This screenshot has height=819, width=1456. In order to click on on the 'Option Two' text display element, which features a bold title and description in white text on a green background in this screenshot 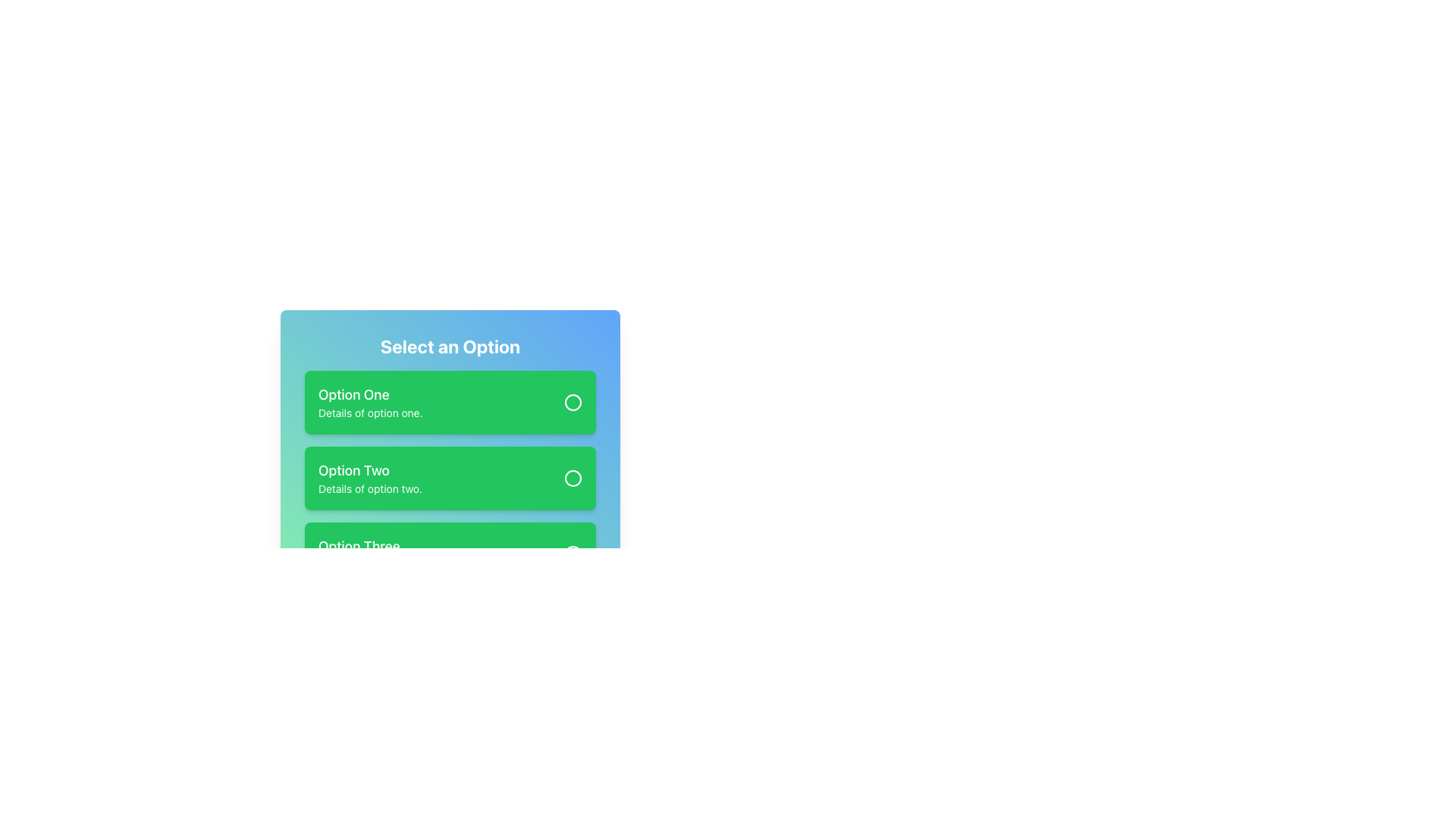, I will do `click(370, 479)`.